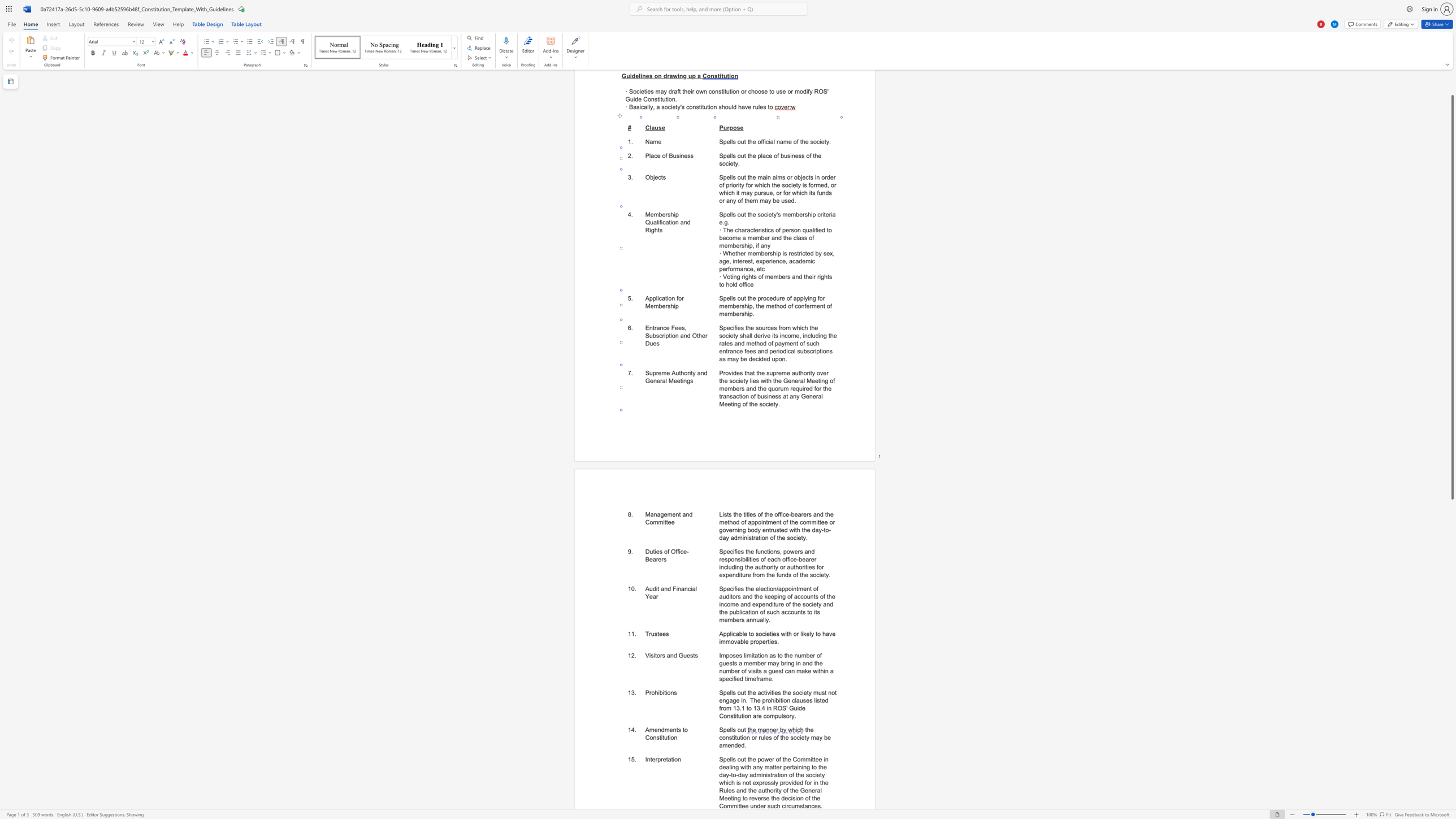 This screenshot has width=1456, height=819. I want to click on the 1th character "i" in the text, so click(761, 774).